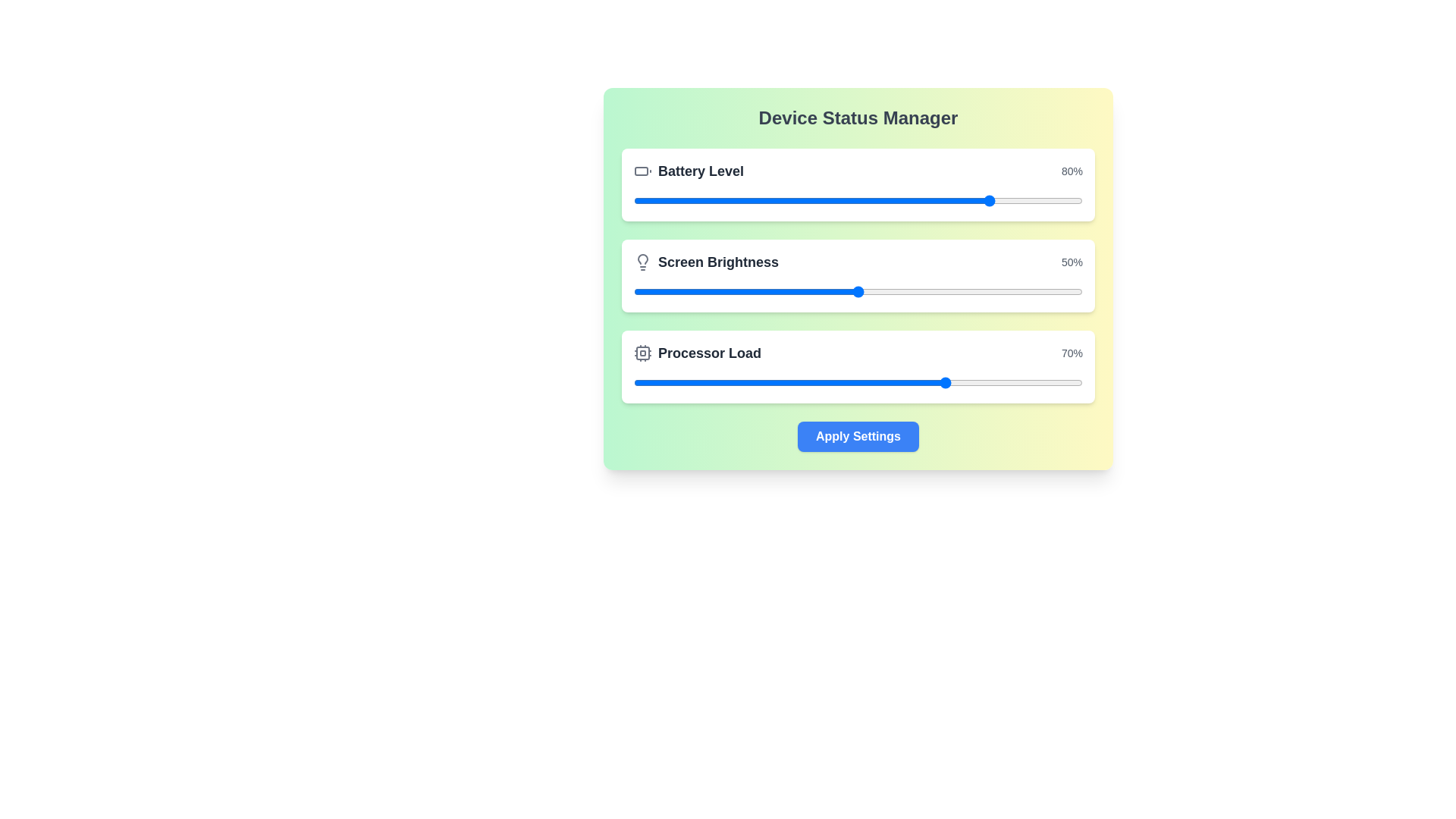 This screenshot has width=1456, height=819. What do you see at coordinates (894, 382) in the screenshot?
I see `Processor Load slider` at bounding box center [894, 382].